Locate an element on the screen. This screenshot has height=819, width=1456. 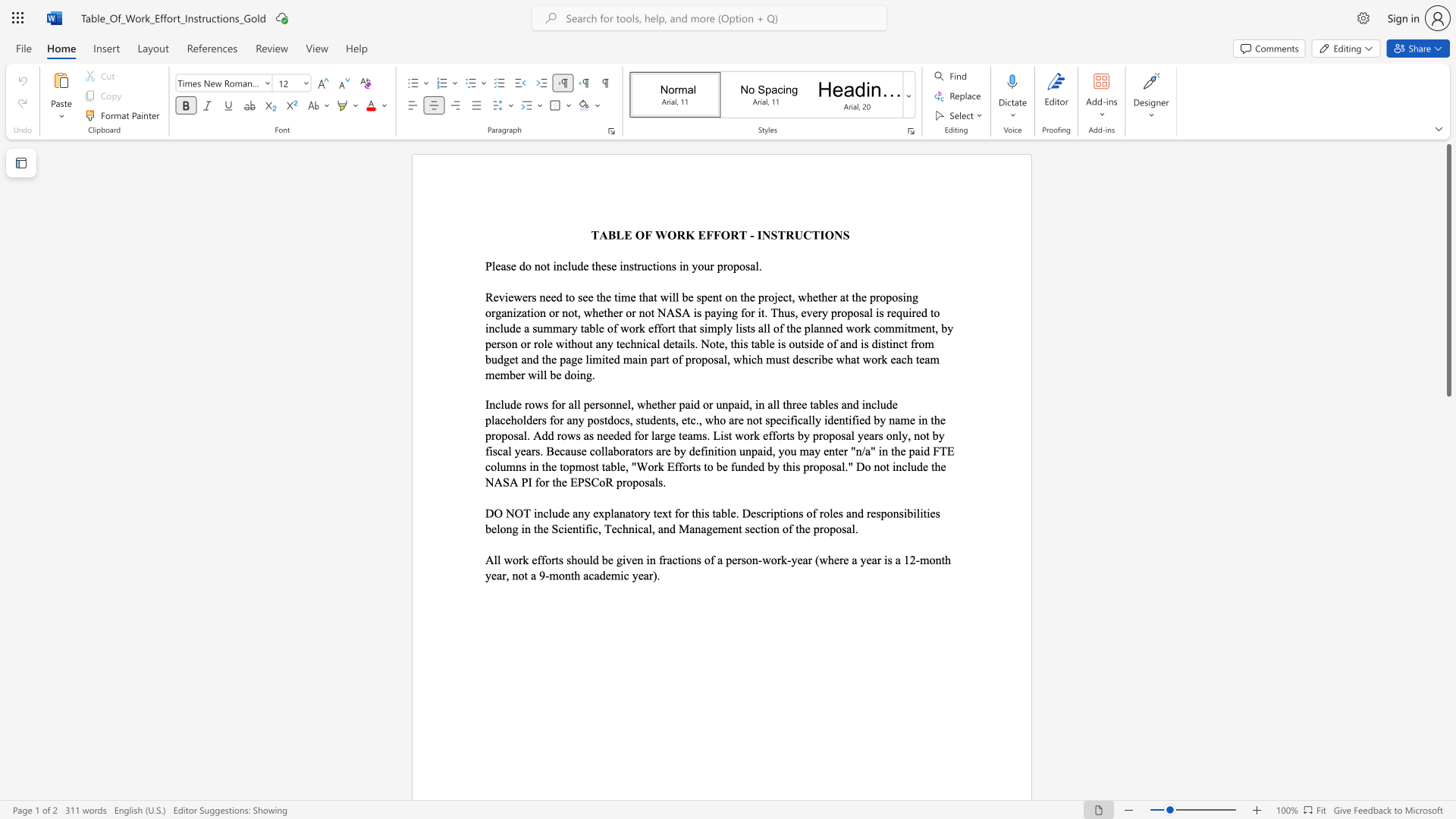
the scrollbar on the side is located at coordinates (1448, 522).